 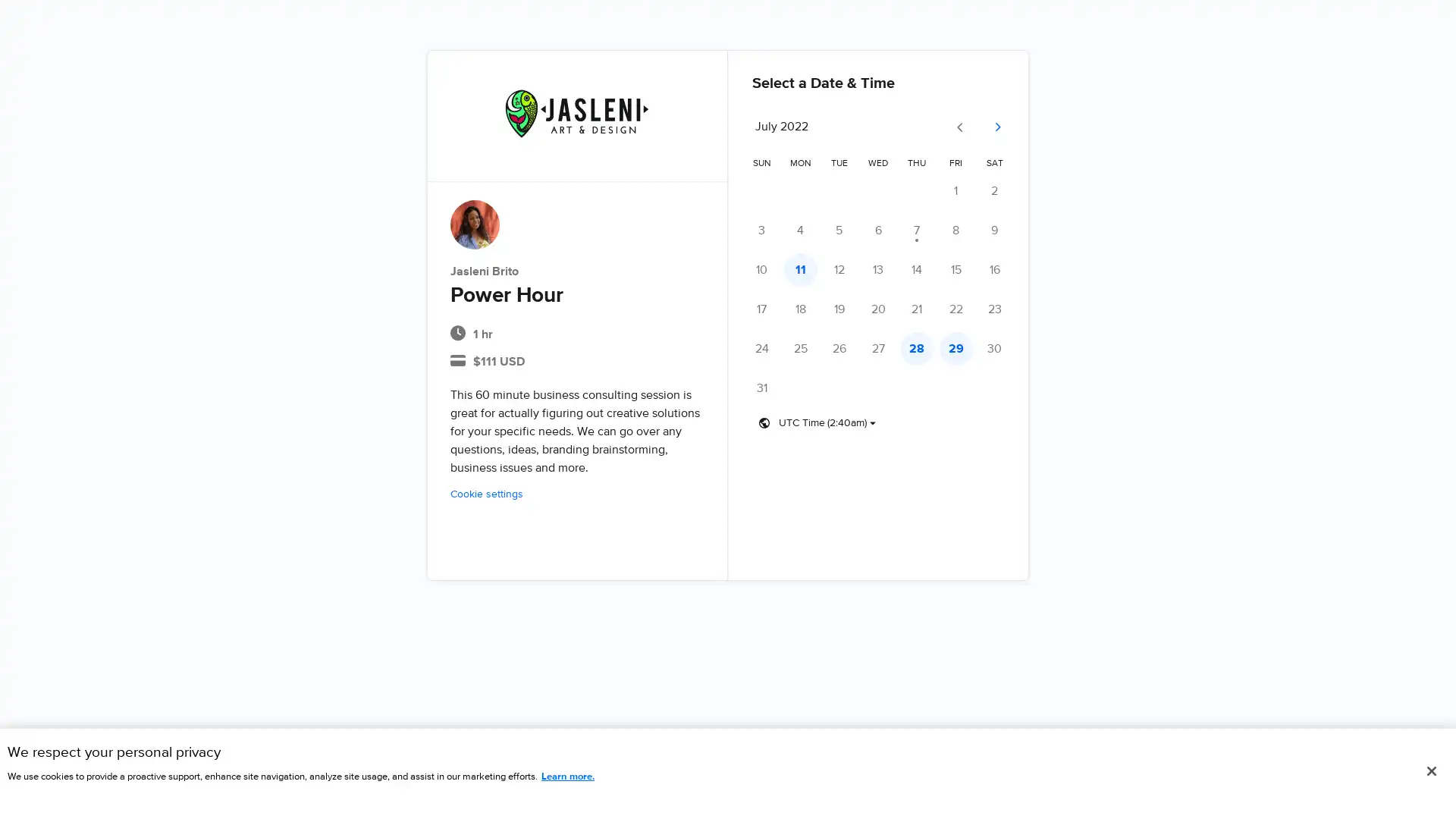 What do you see at coordinates (917, 231) in the screenshot?
I see `Thursday, July 7 - No times available` at bounding box center [917, 231].